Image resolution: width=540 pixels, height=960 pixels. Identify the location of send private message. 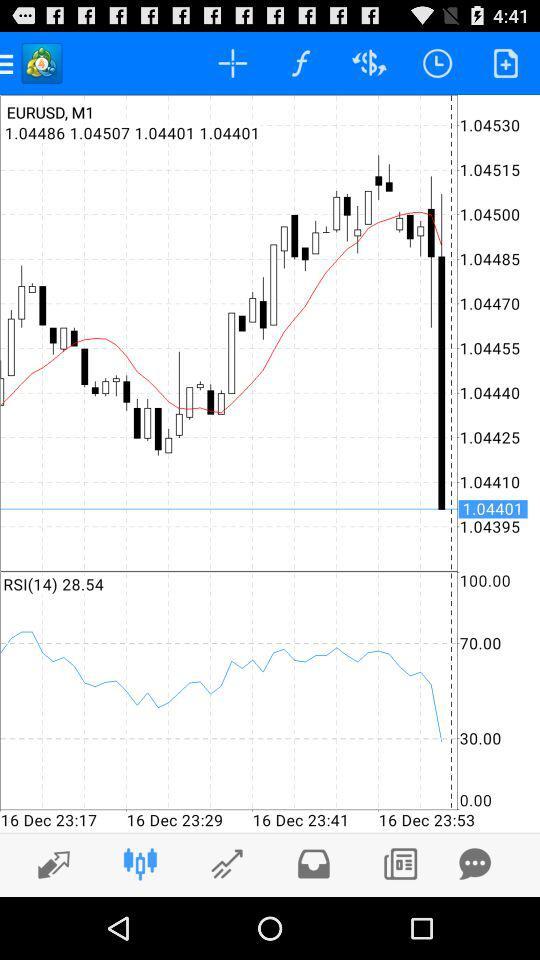
(474, 863).